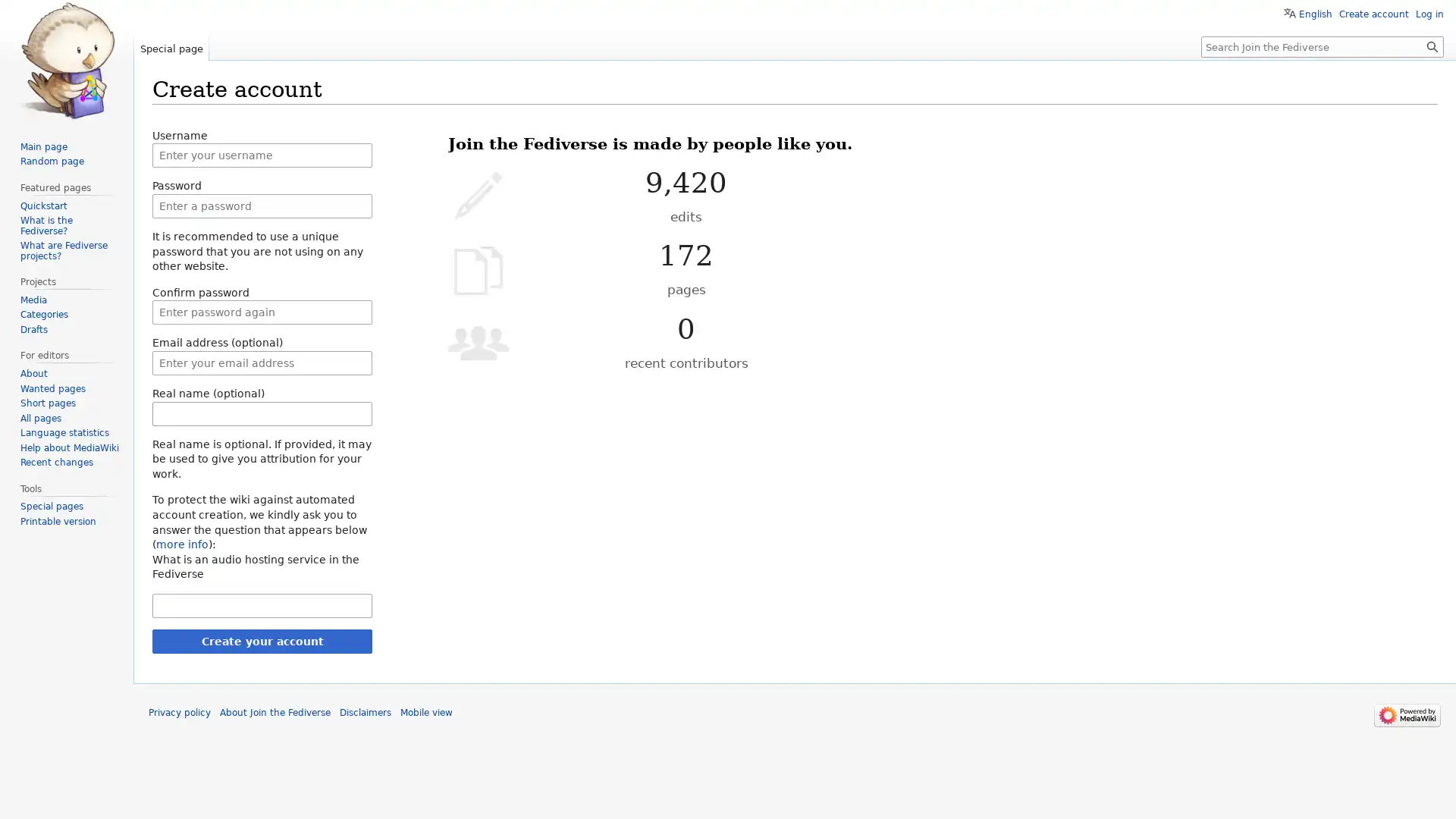 This screenshot has width=1456, height=819. Describe the element at coordinates (1432, 45) in the screenshot. I see `Go` at that location.